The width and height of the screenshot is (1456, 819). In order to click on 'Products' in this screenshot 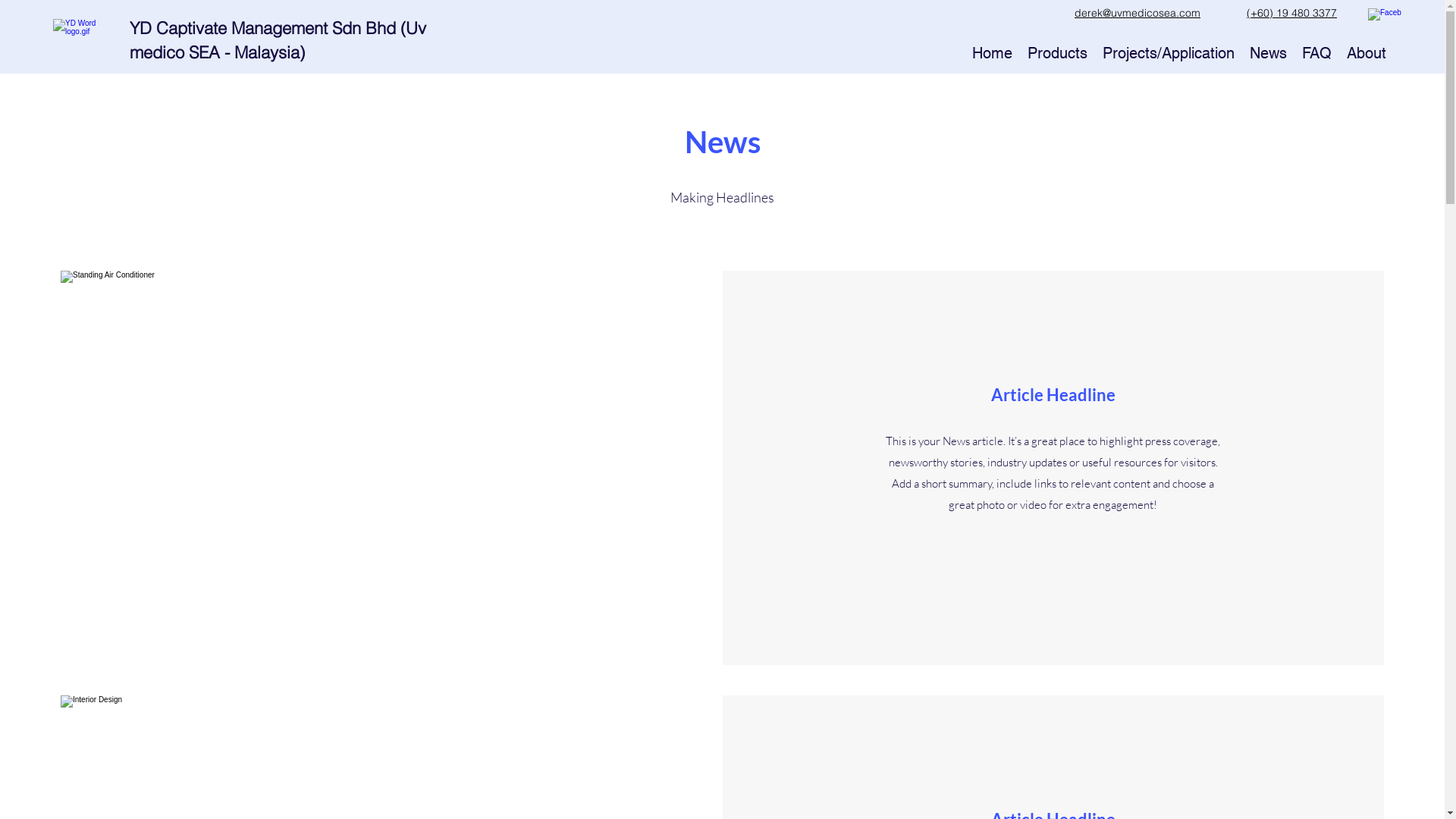, I will do `click(1056, 52)`.